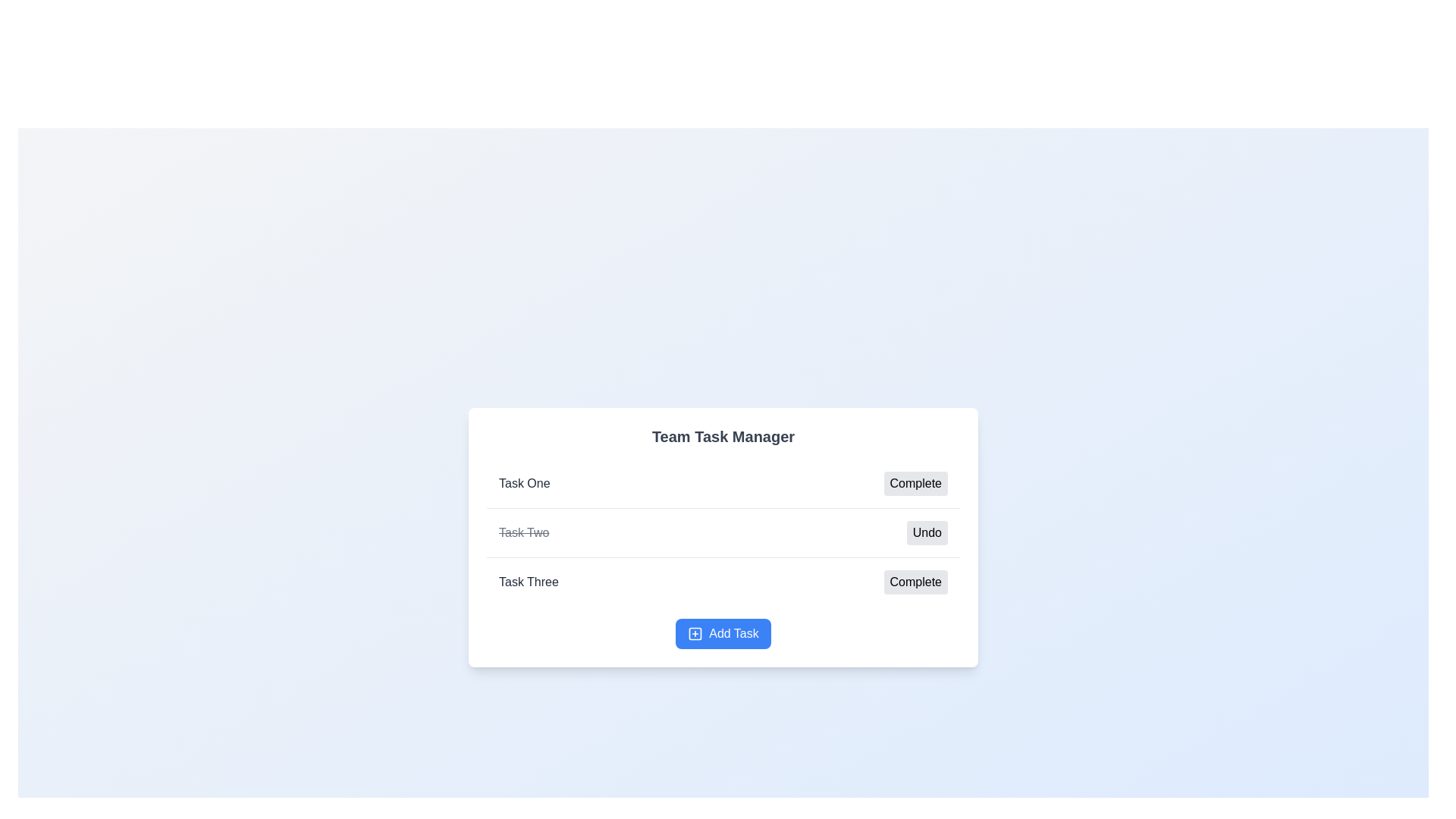 The width and height of the screenshot is (1456, 819). I want to click on the task Task Three from the list, so click(529, 581).